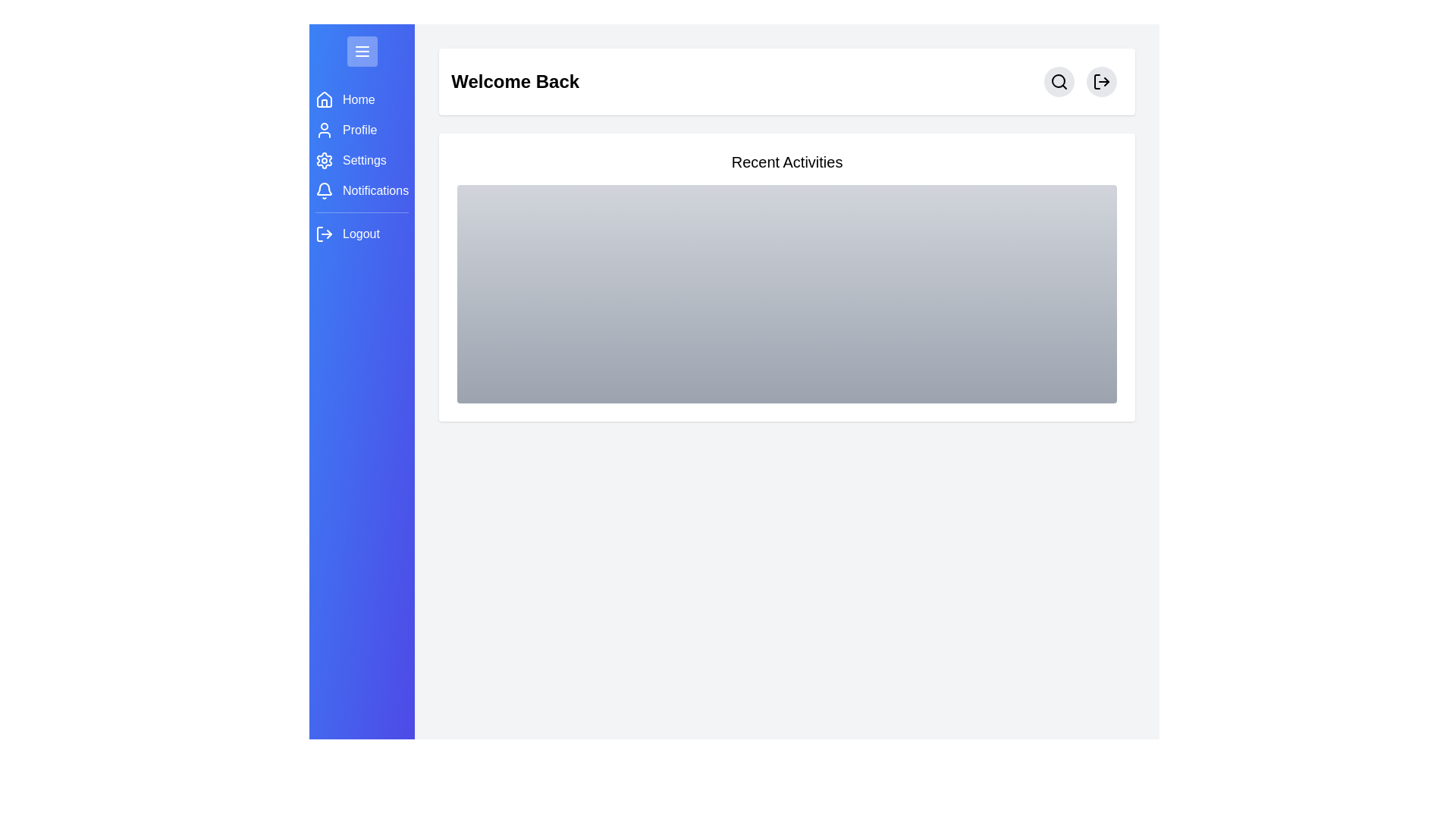 The image size is (1456, 819). What do you see at coordinates (358, 99) in the screenshot?
I see `the first text label in the left vertical navigation bar that acts as a navigation link or label, positioned immediately after the house icon` at bounding box center [358, 99].